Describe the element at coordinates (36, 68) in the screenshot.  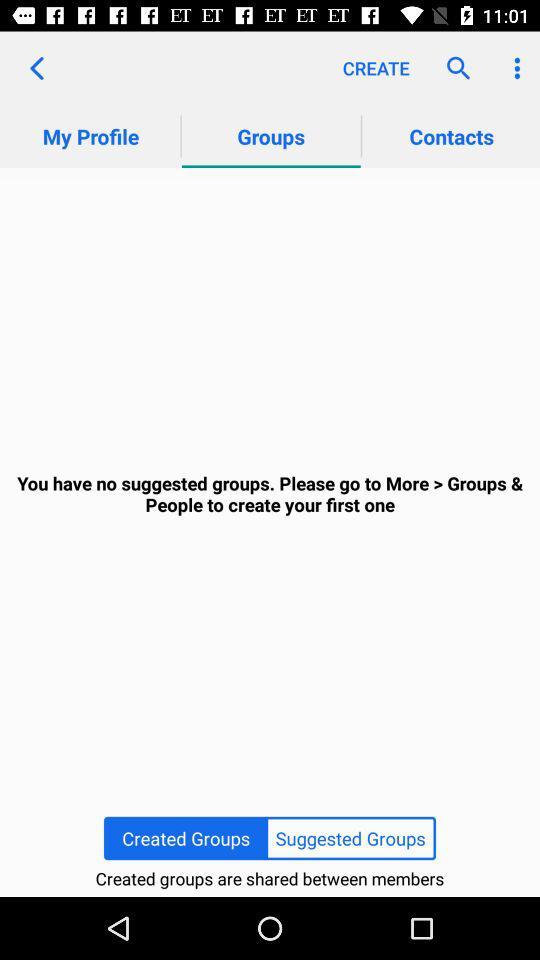
I see `app above my profile app` at that location.